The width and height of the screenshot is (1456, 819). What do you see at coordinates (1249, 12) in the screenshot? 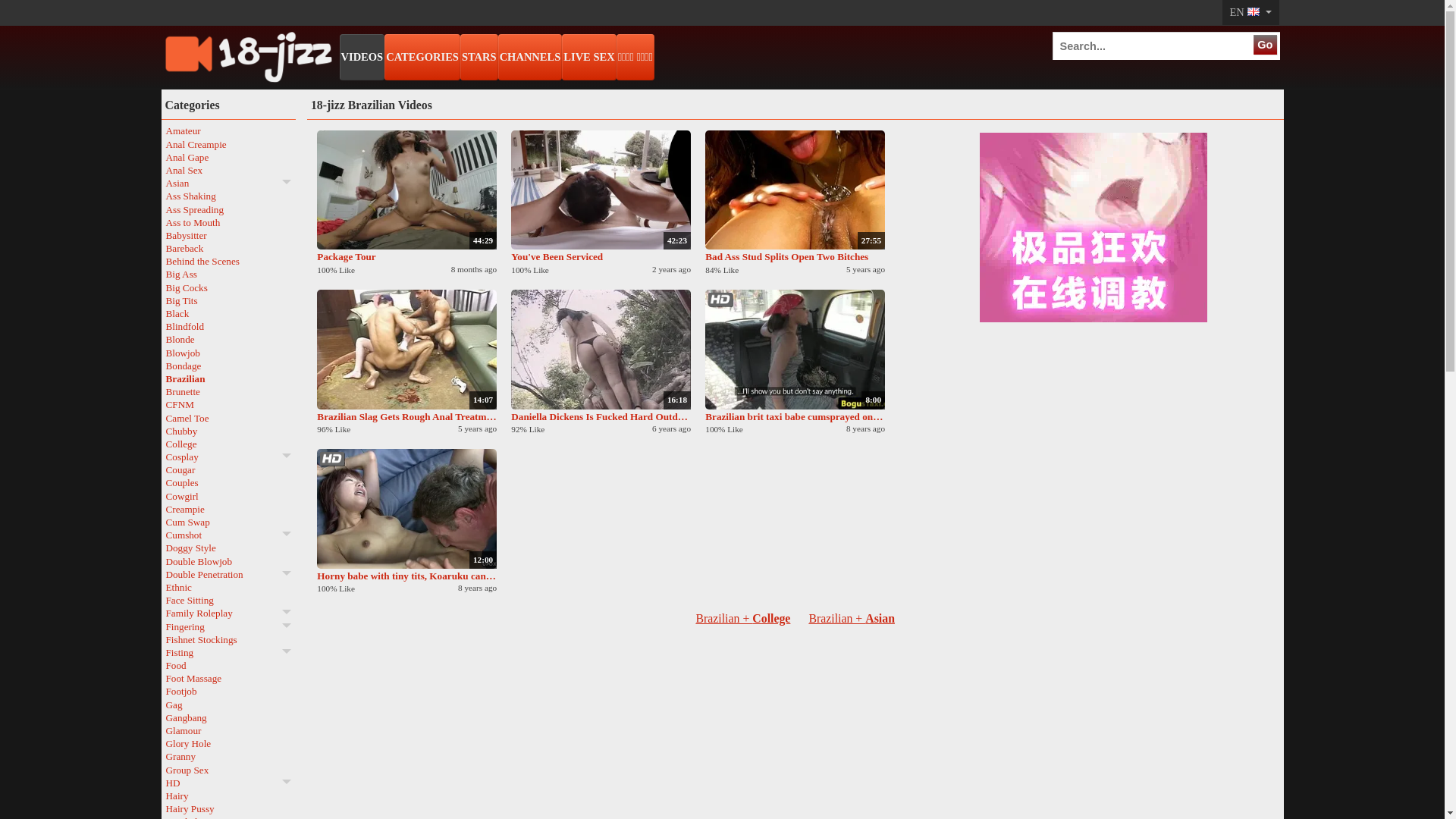
I see `'EN'` at bounding box center [1249, 12].